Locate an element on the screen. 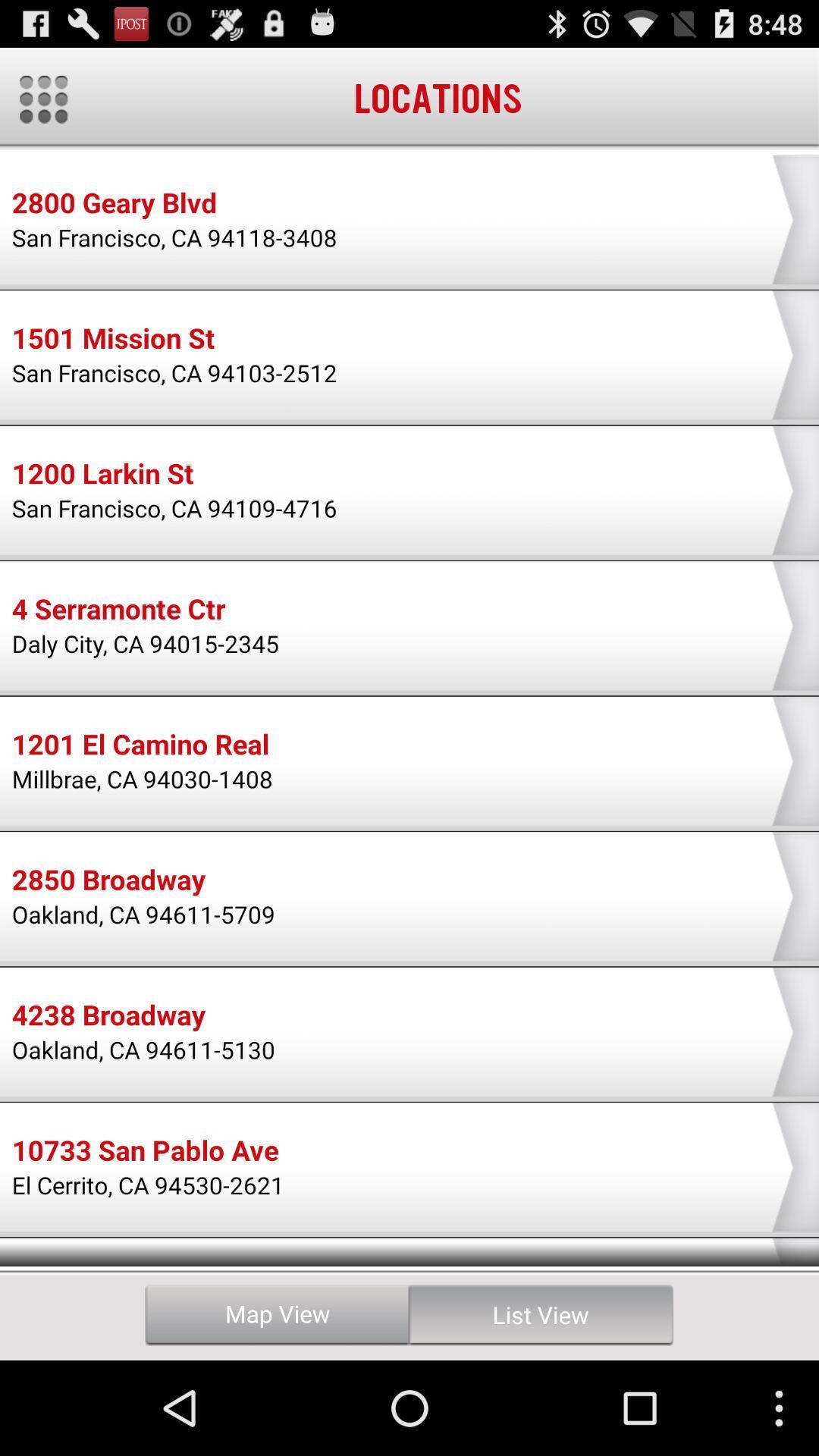  the item above san francisco ca icon is located at coordinates (102, 475).